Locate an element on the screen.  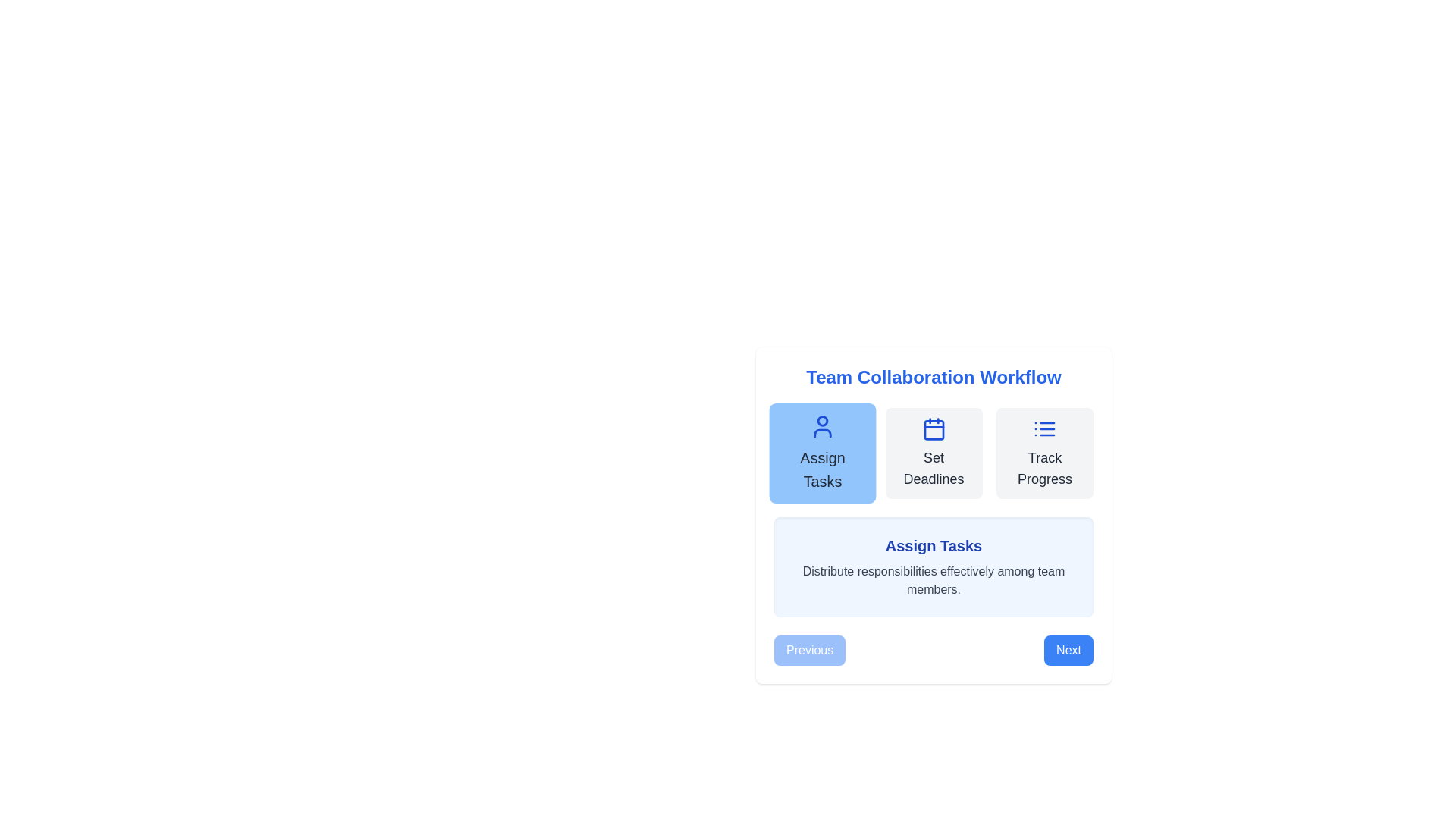
the 'Assign Tasks' button, which is a rectangular blue button with a user icon and black text below it is located at coordinates (821, 452).